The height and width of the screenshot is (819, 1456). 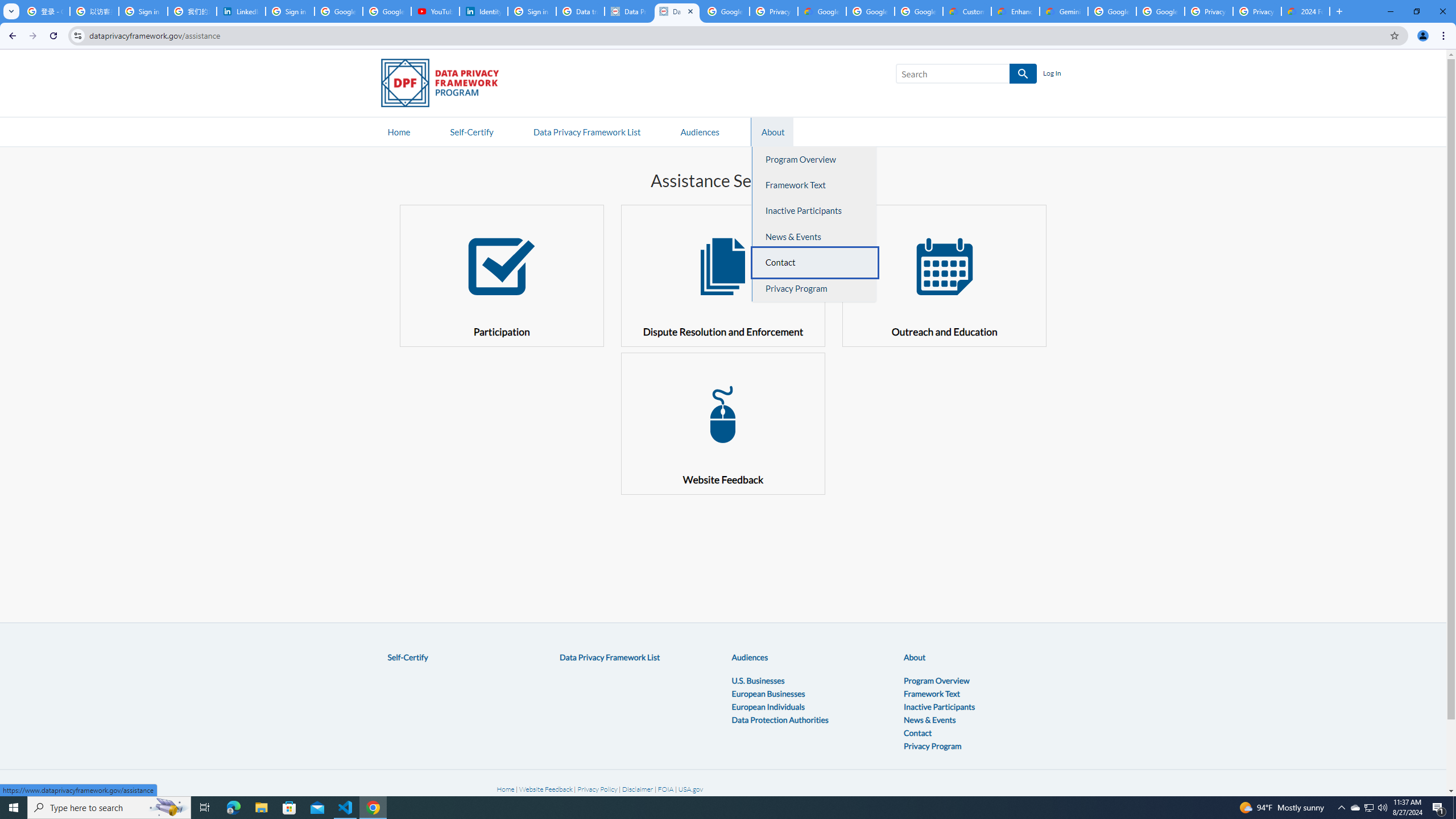 I want to click on 'AutomationID: navitem2', so click(x=771, y=131).